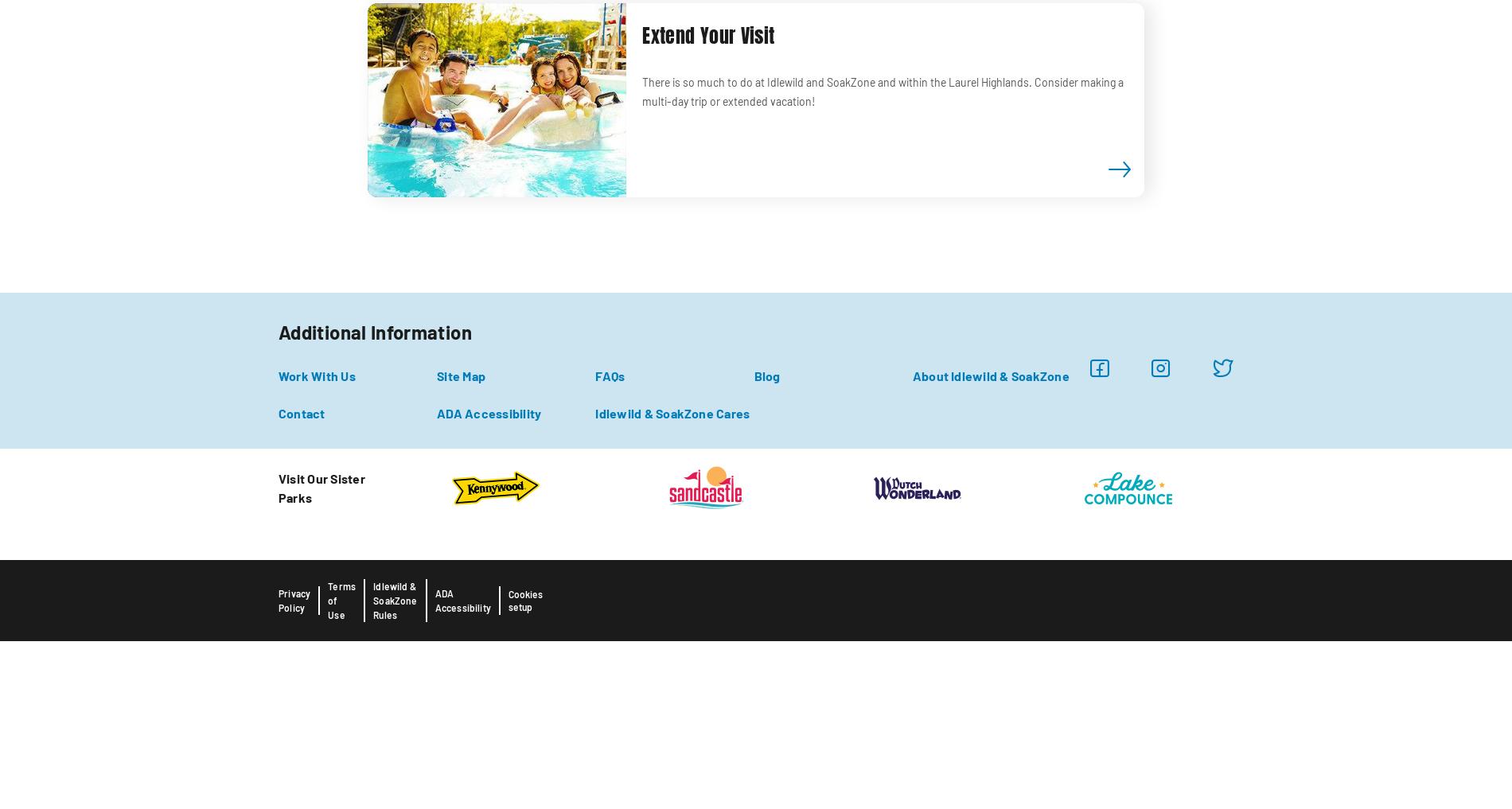 The image size is (1512, 809). Describe the element at coordinates (301, 412) in the screenshot. I see `'Contact'` at that location.